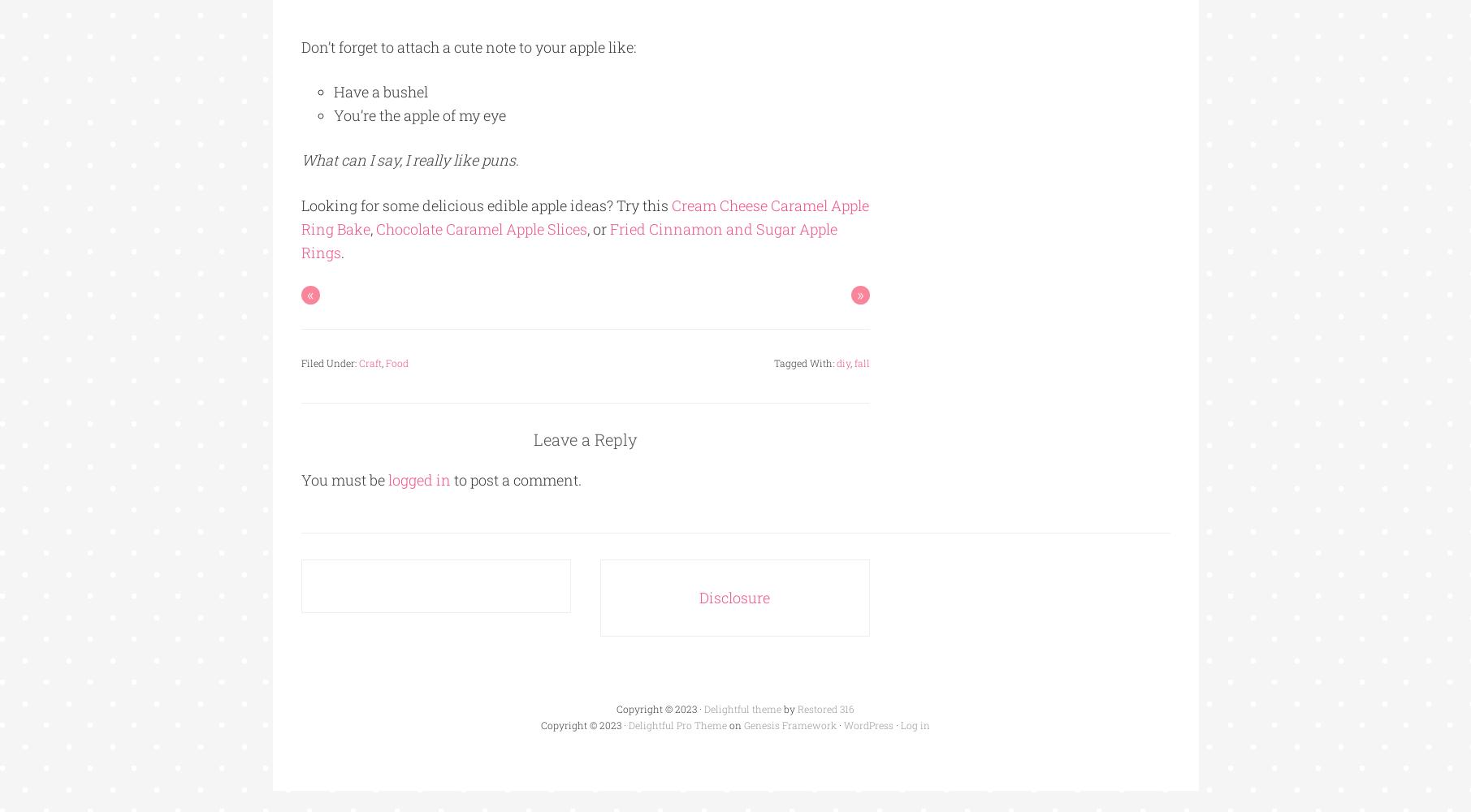 This screenshot has height=812, width=1471. Describe the element at coordinates (726, 724) in the screenshot. I see `'on'` at that location.